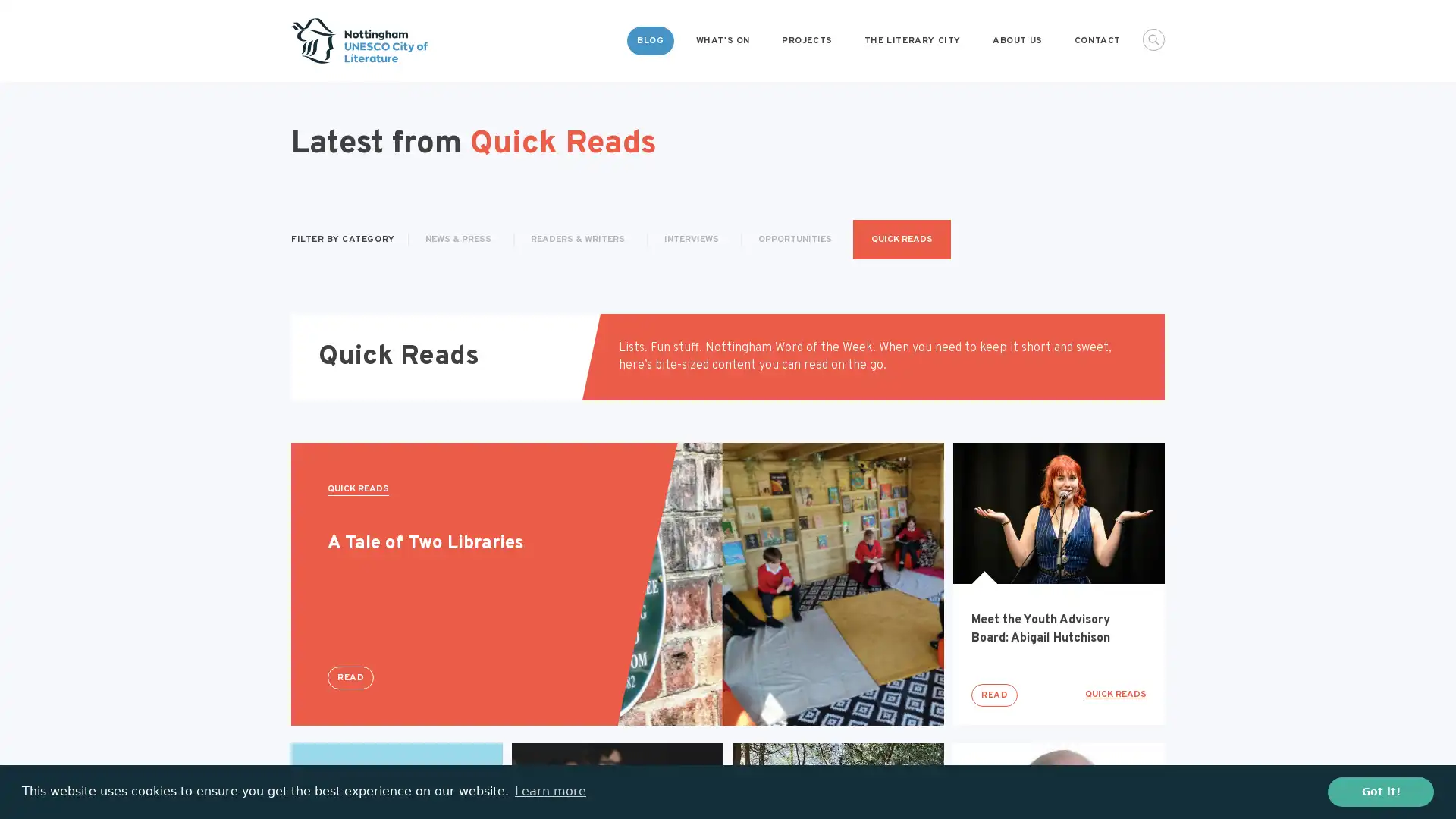 The height and width of the screenshot is (819, 1456). What do you see at coordinates (549, 791) in the screenshot?
I see `learn more about cookies` at bounding box center [549, 791].